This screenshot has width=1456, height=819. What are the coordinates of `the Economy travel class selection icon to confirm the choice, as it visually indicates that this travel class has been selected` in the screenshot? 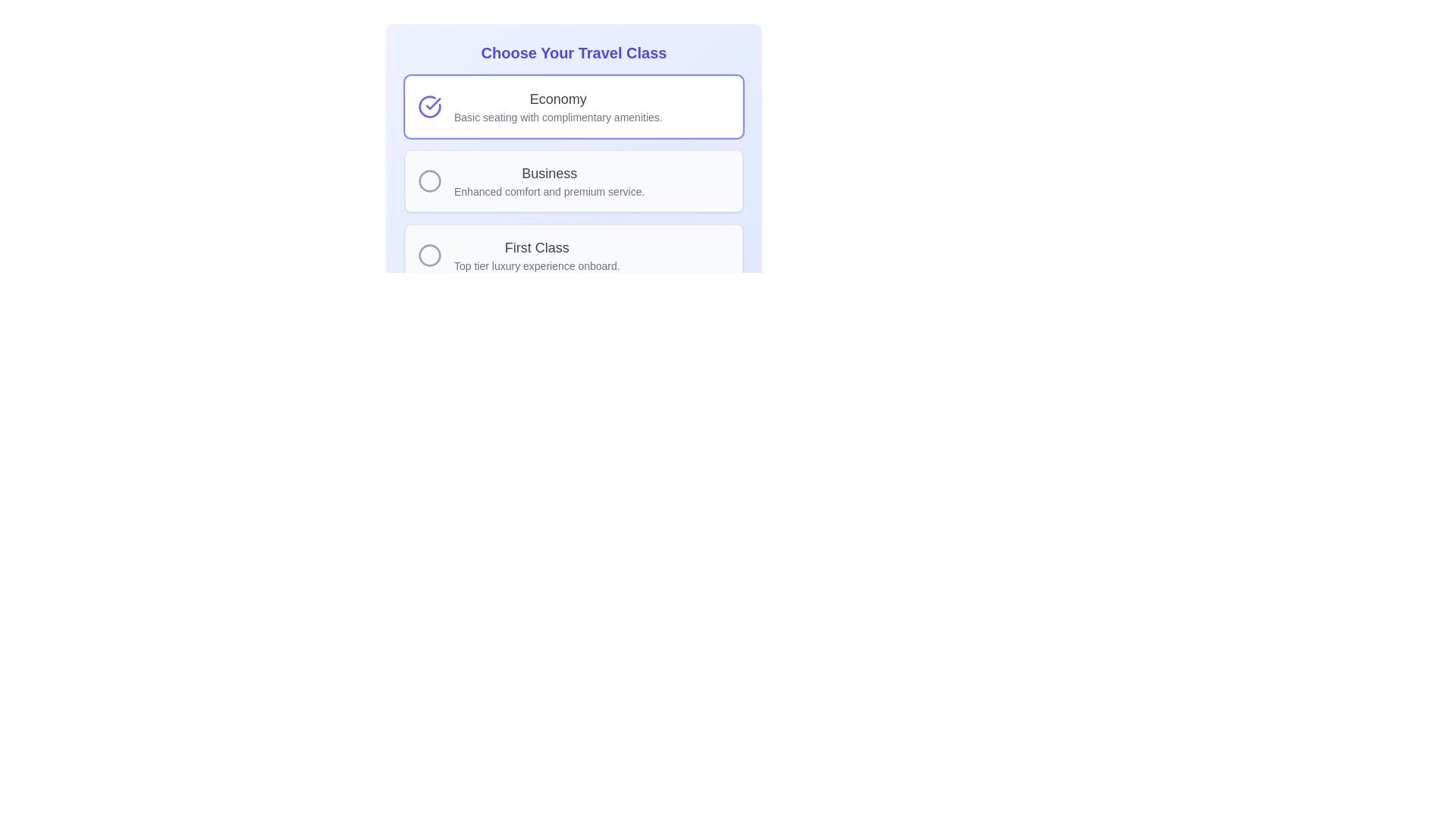 It's located at (428, 106).